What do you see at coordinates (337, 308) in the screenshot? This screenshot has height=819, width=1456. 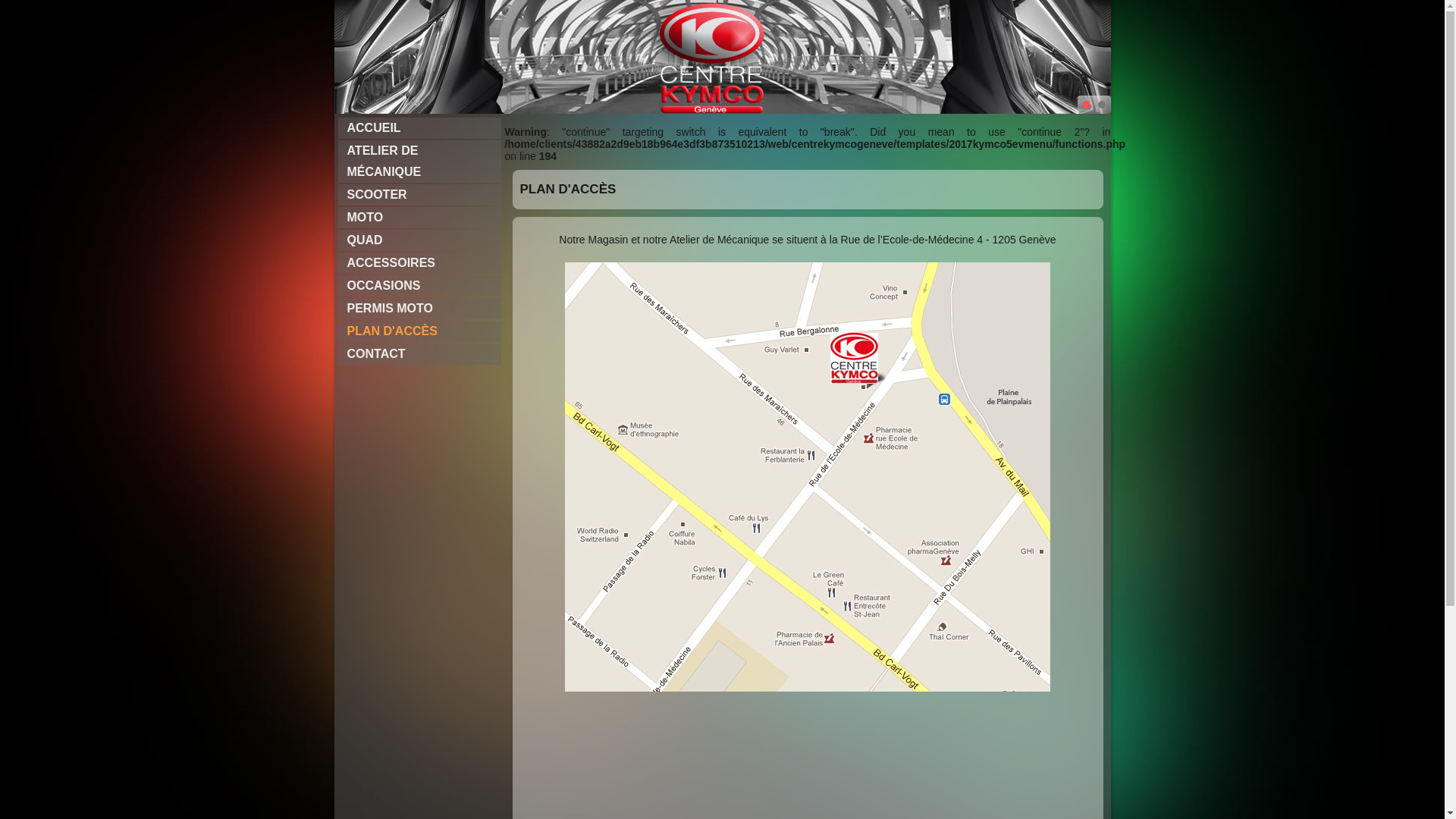 I see `'PERMIS MOTO'` at bounding box center [337, 308].